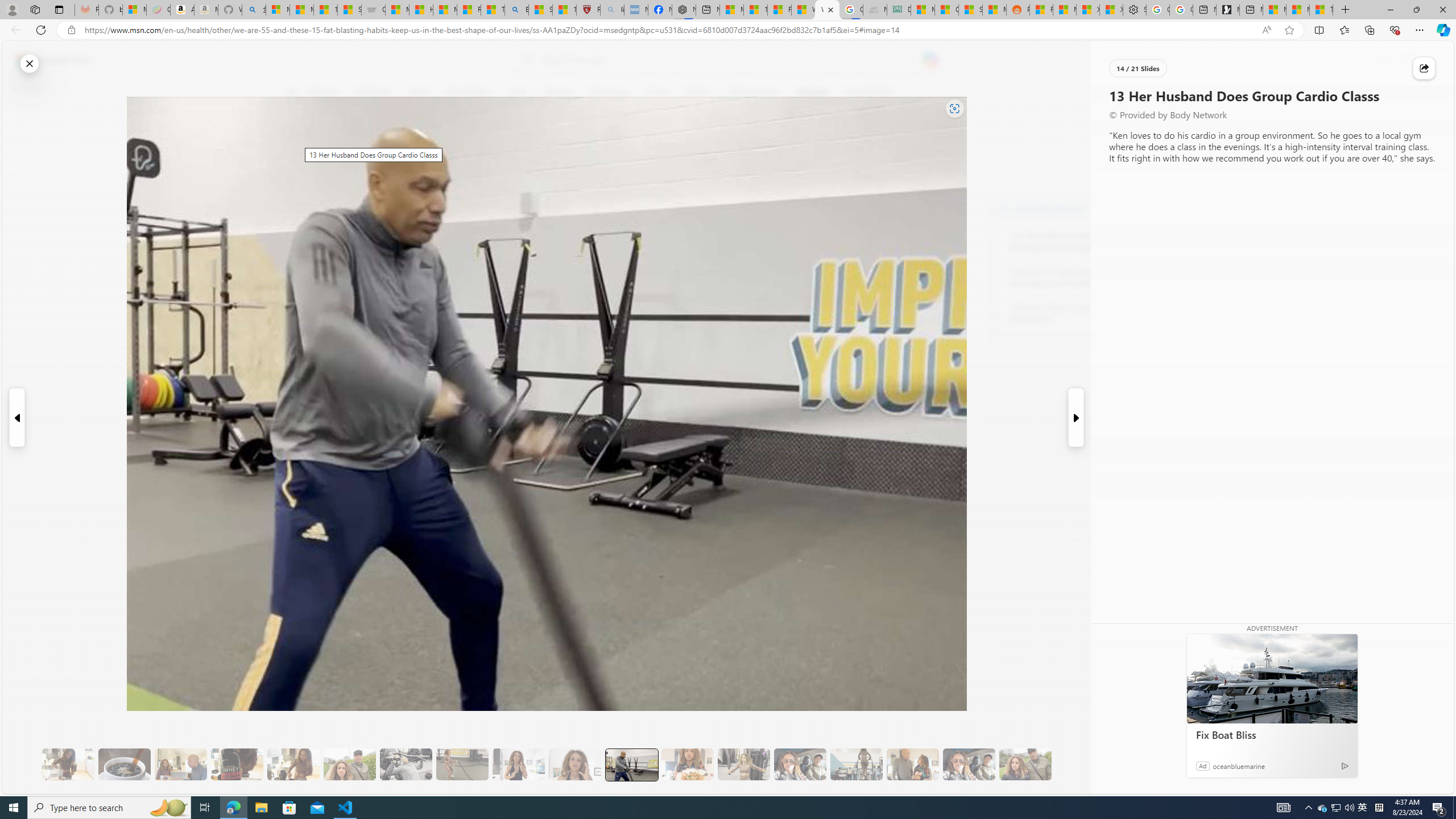 This screenshot has height=819, width=1456. Describe the element at coordinates (1423, 67) in the screenshot. I see `'Share this story'` at that location.